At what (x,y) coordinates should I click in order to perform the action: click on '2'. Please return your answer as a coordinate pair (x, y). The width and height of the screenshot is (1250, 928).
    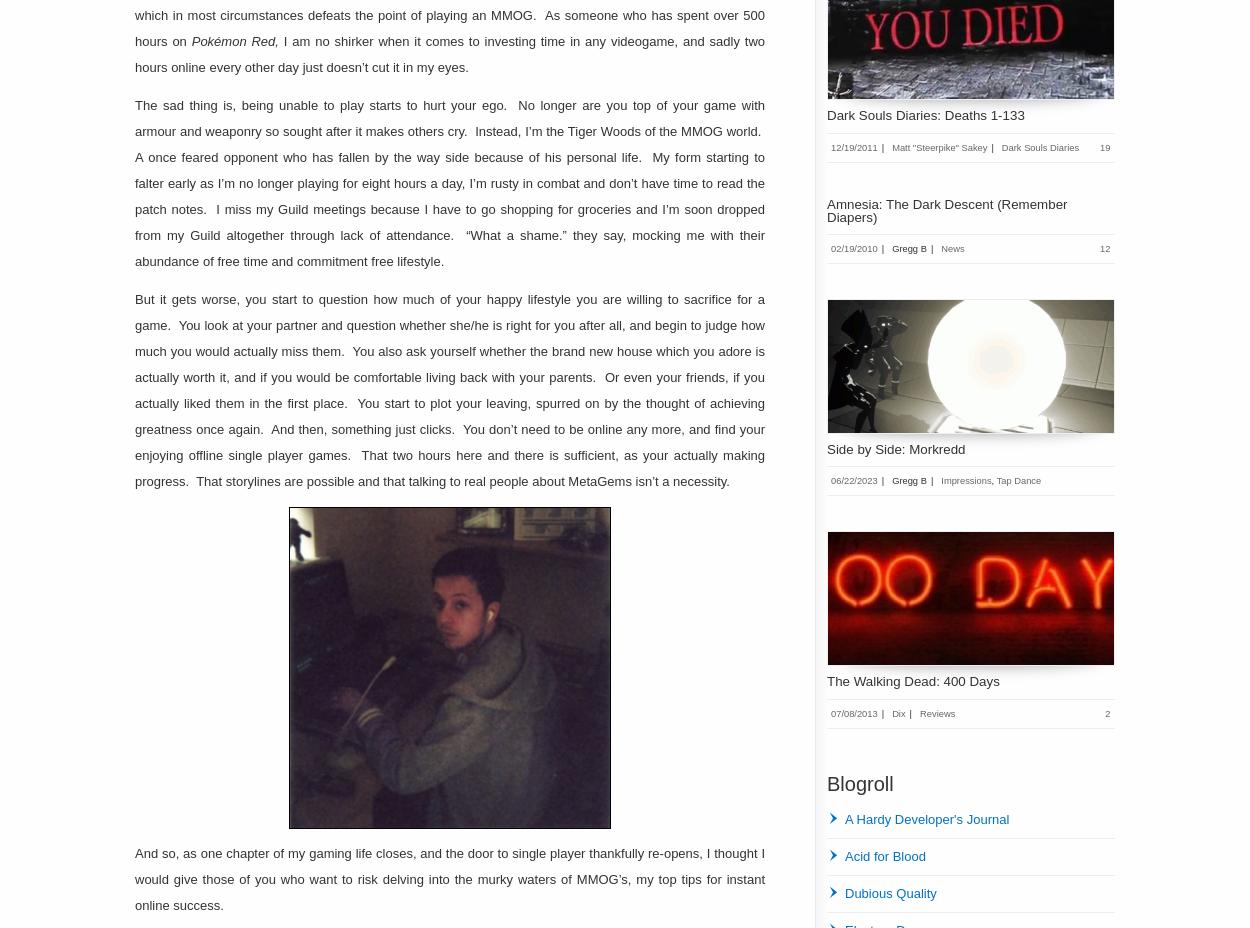
    Looking at the image, I should click on (1108, 711).